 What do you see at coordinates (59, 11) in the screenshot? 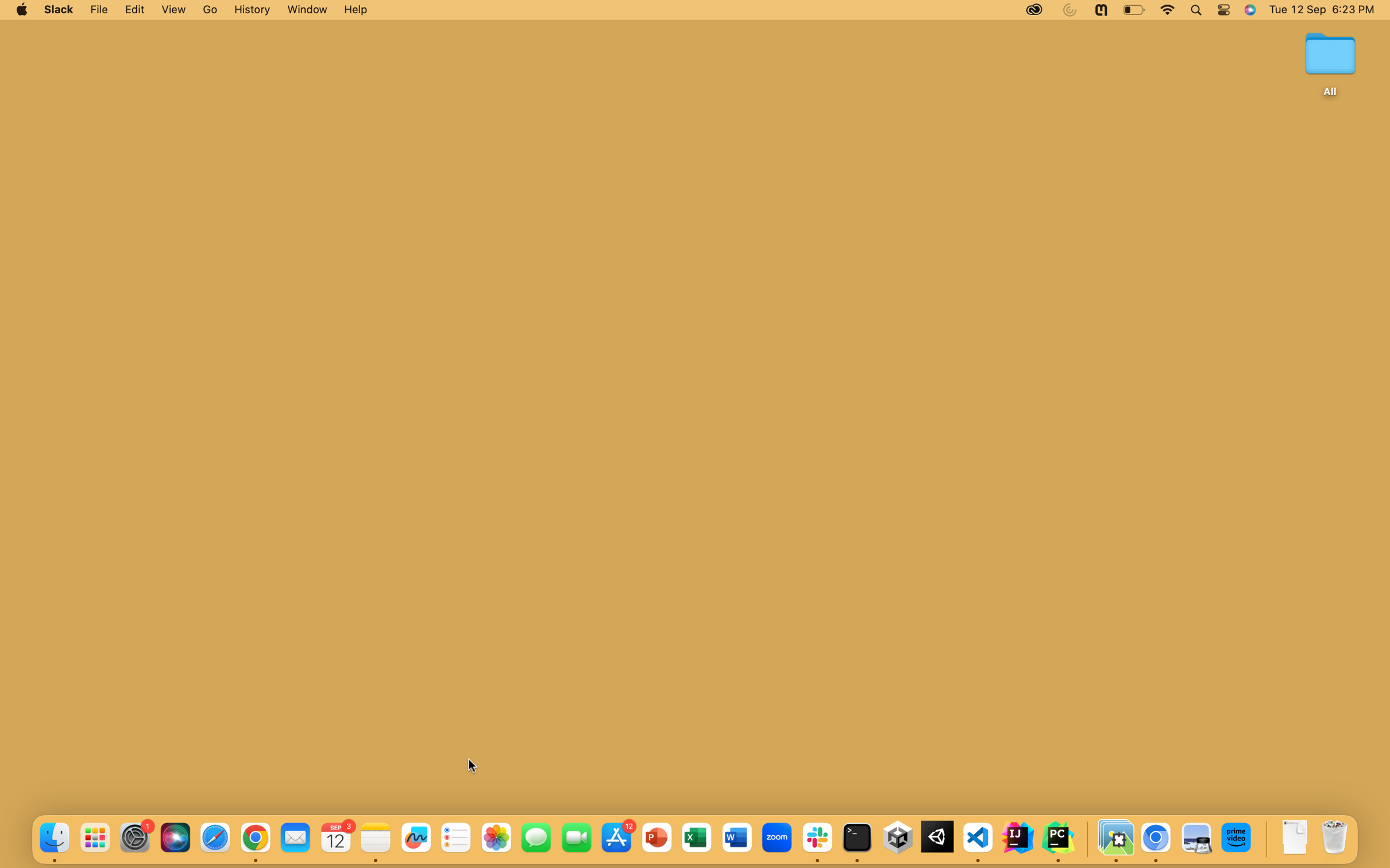
I see `the Slack desktop app` at bounding box center [59, 11].